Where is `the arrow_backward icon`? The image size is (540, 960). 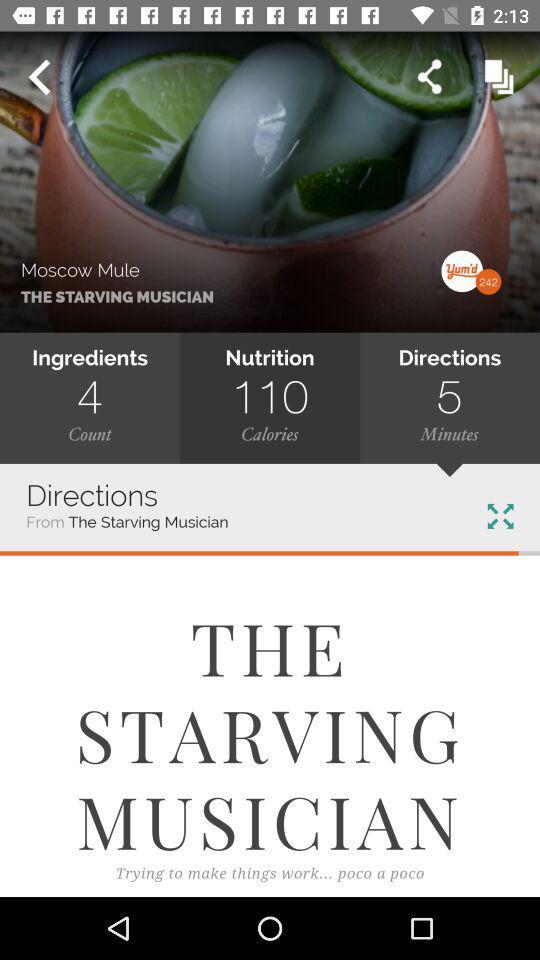
the arrow_backward icon is located at coordinates (38, 77).